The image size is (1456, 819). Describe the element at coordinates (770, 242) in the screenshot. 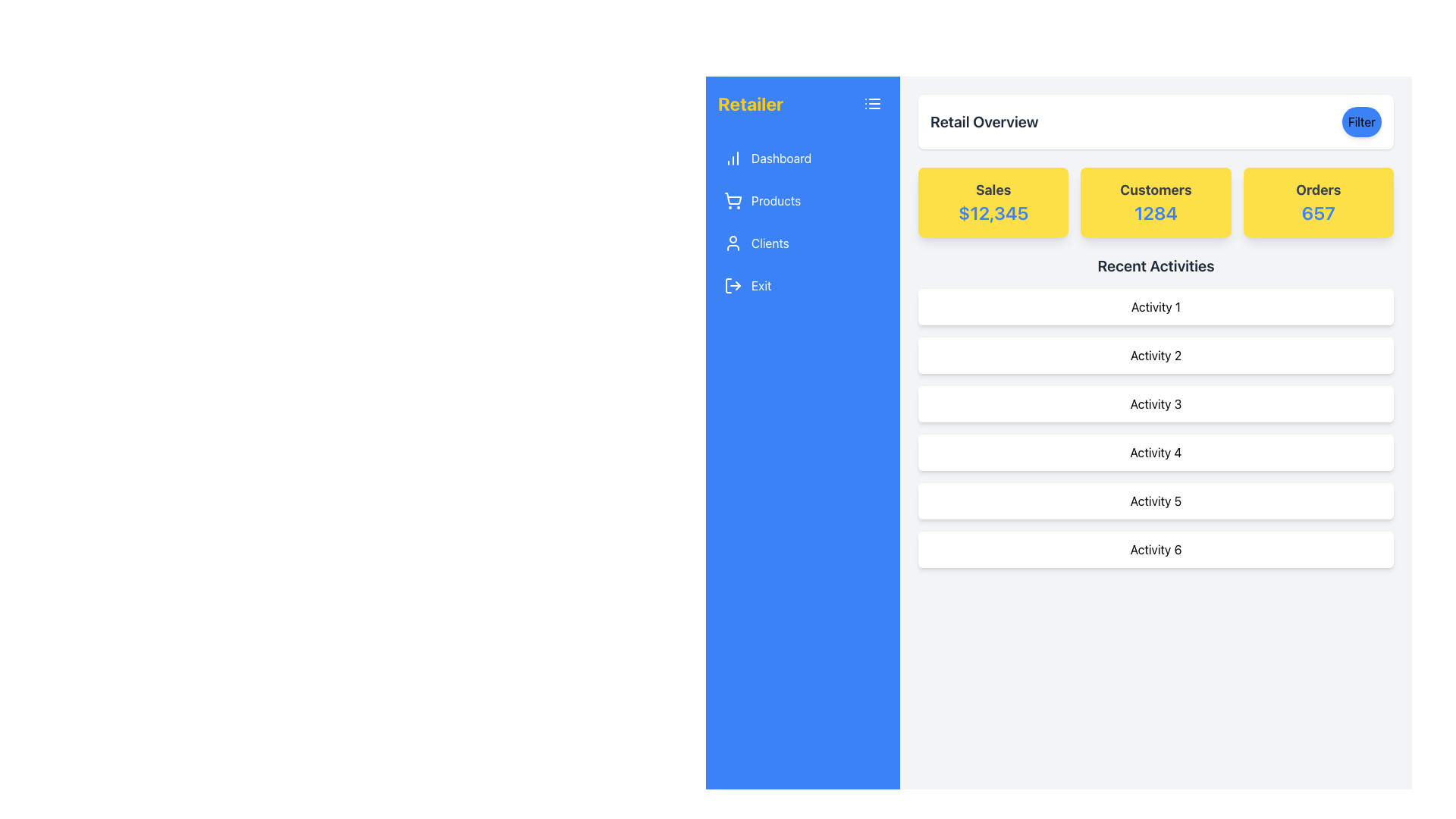

I see `the 'Clients' text label in the navigation menu` at that location.